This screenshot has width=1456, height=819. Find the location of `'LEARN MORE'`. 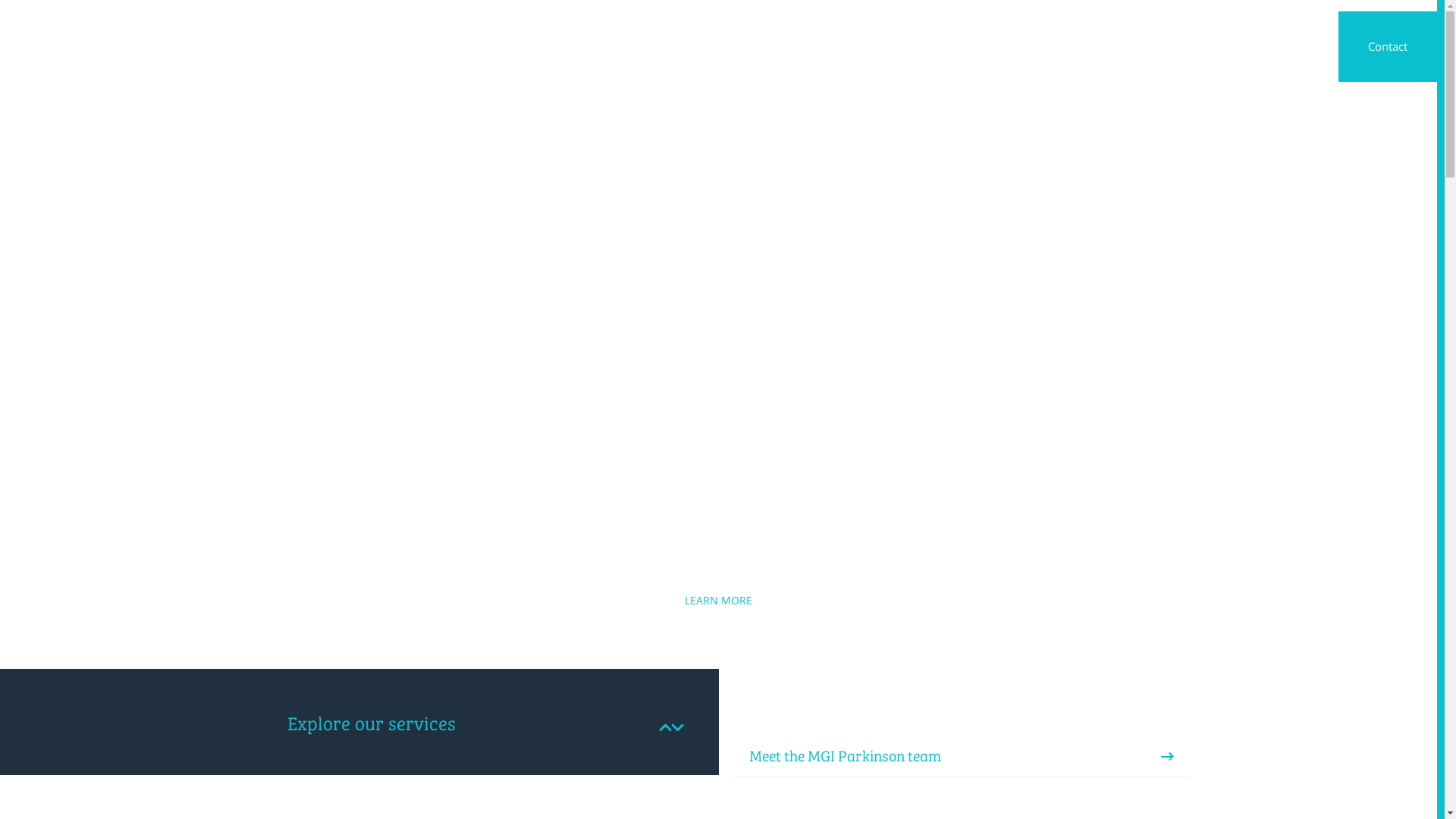

'LEARN MORE' is located at coordinates (717, 599).